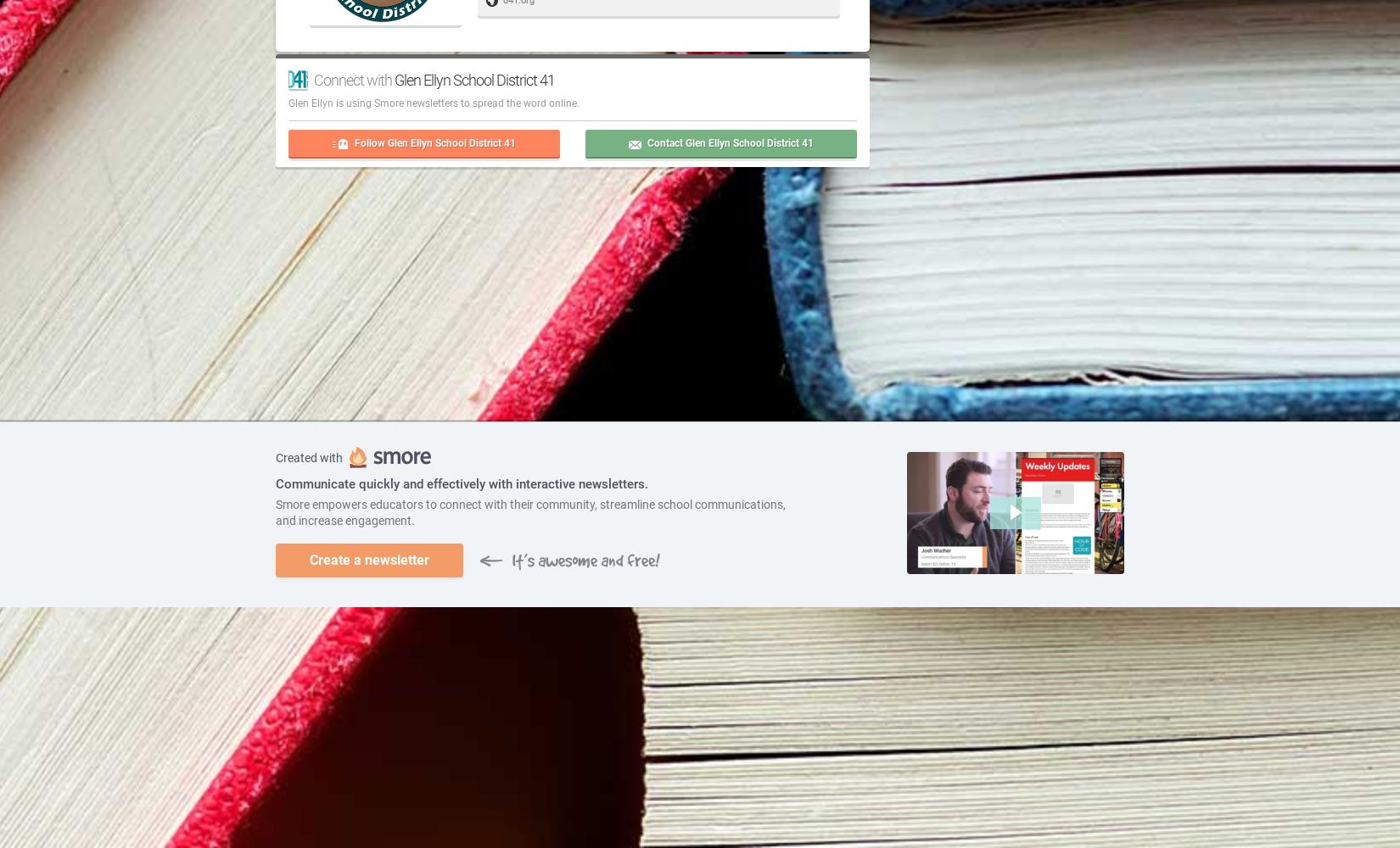 Image resolution: width=1400 pixels, height=848 pixels. What do you see at coordinates (368, 559) in the screenshot?
I see `'Create a newsletter'` at bounding box center [368, 559].